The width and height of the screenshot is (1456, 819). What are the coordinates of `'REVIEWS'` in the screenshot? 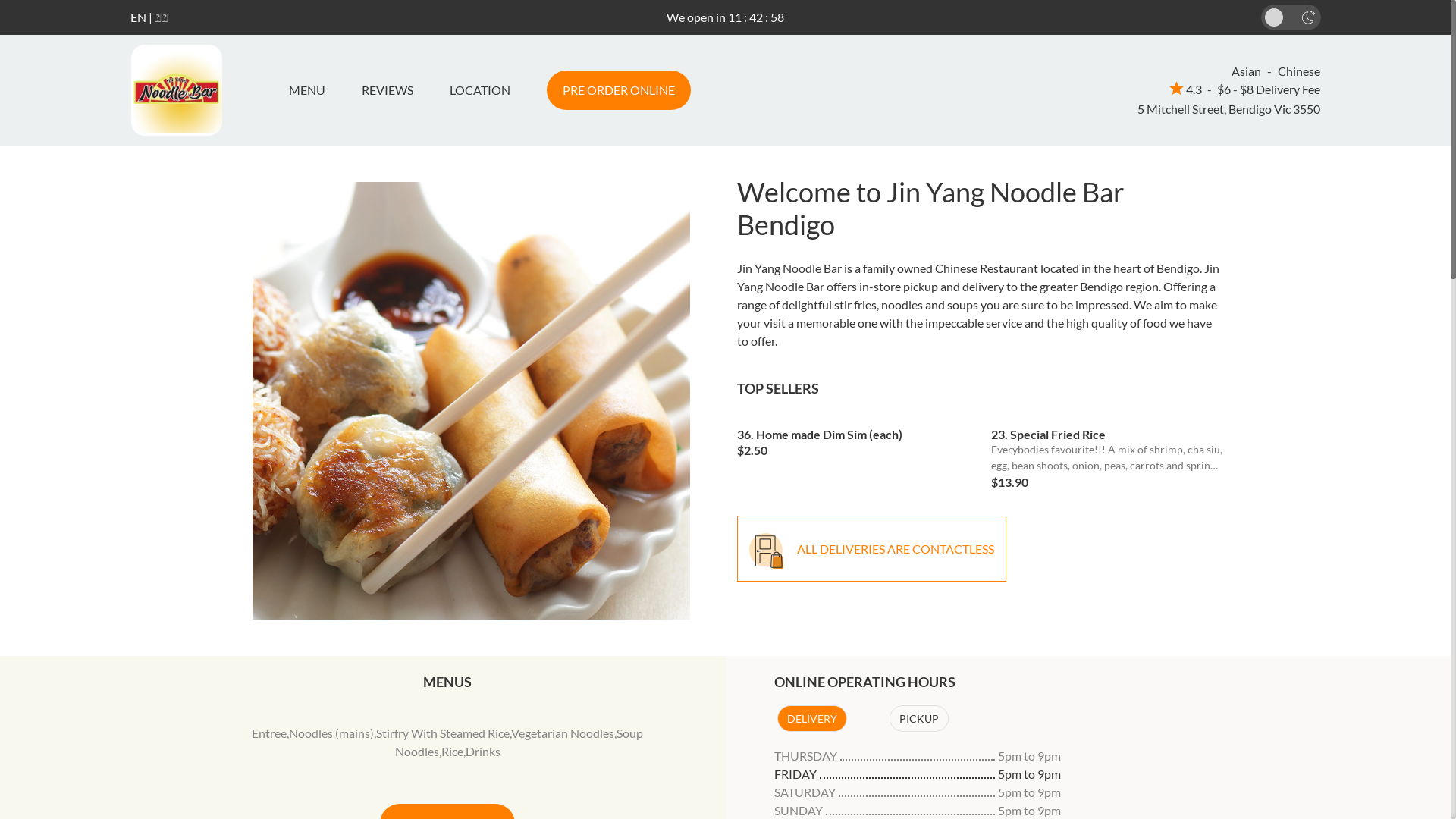 It's located at (341, 90).